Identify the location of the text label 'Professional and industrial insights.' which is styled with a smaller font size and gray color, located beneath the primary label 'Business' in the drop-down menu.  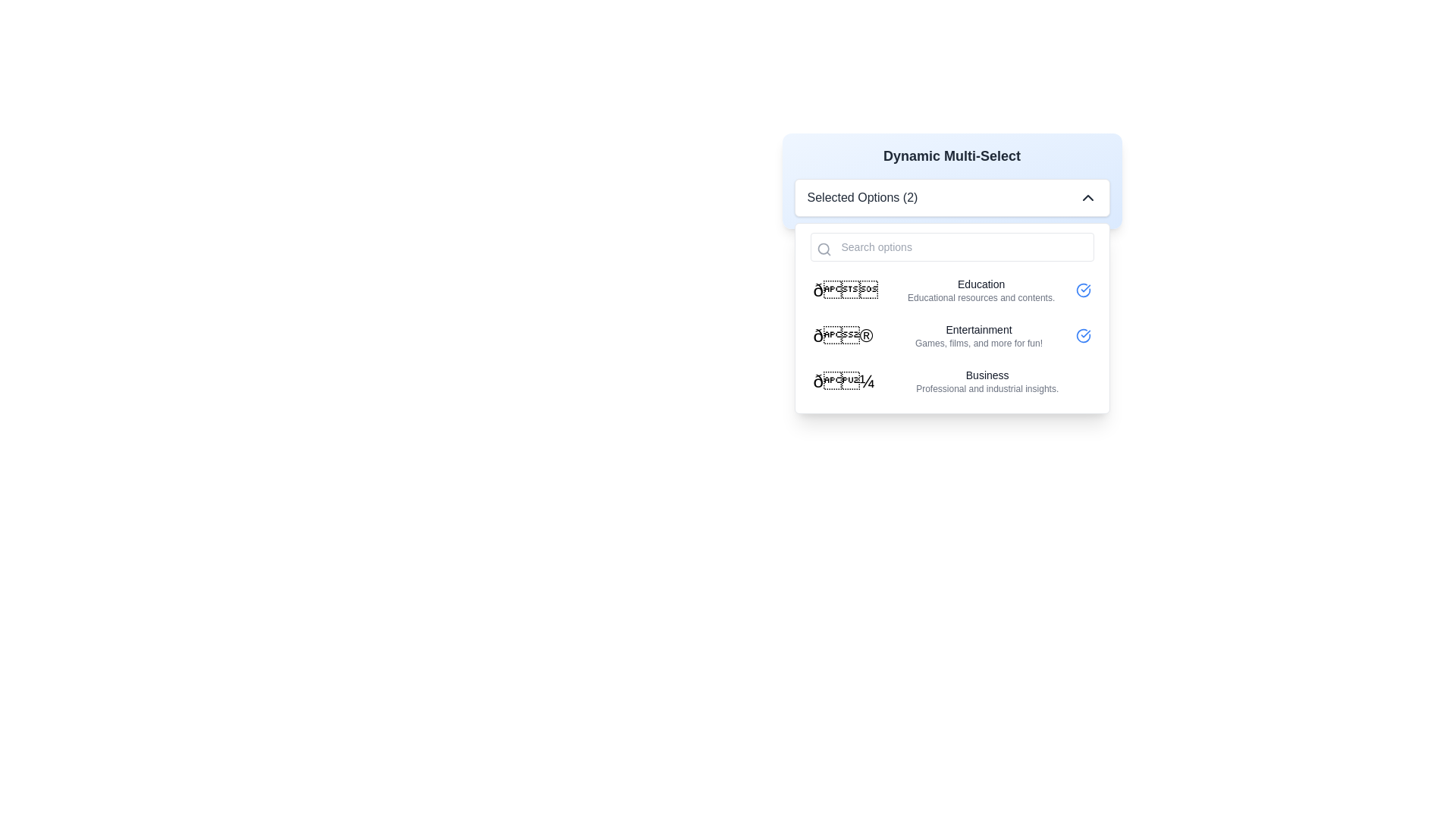
(987, 388).